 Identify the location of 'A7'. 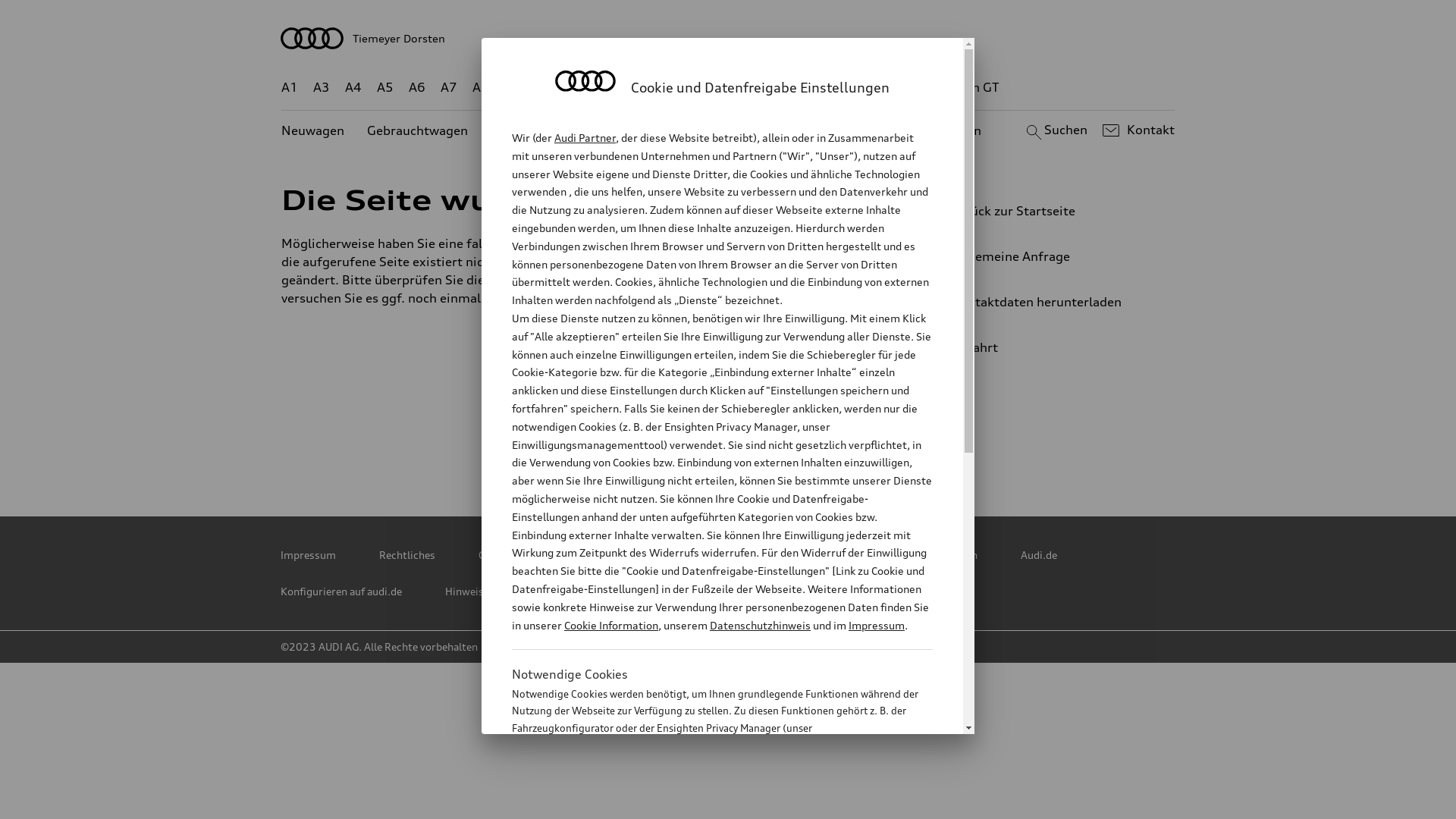
(439, 87).